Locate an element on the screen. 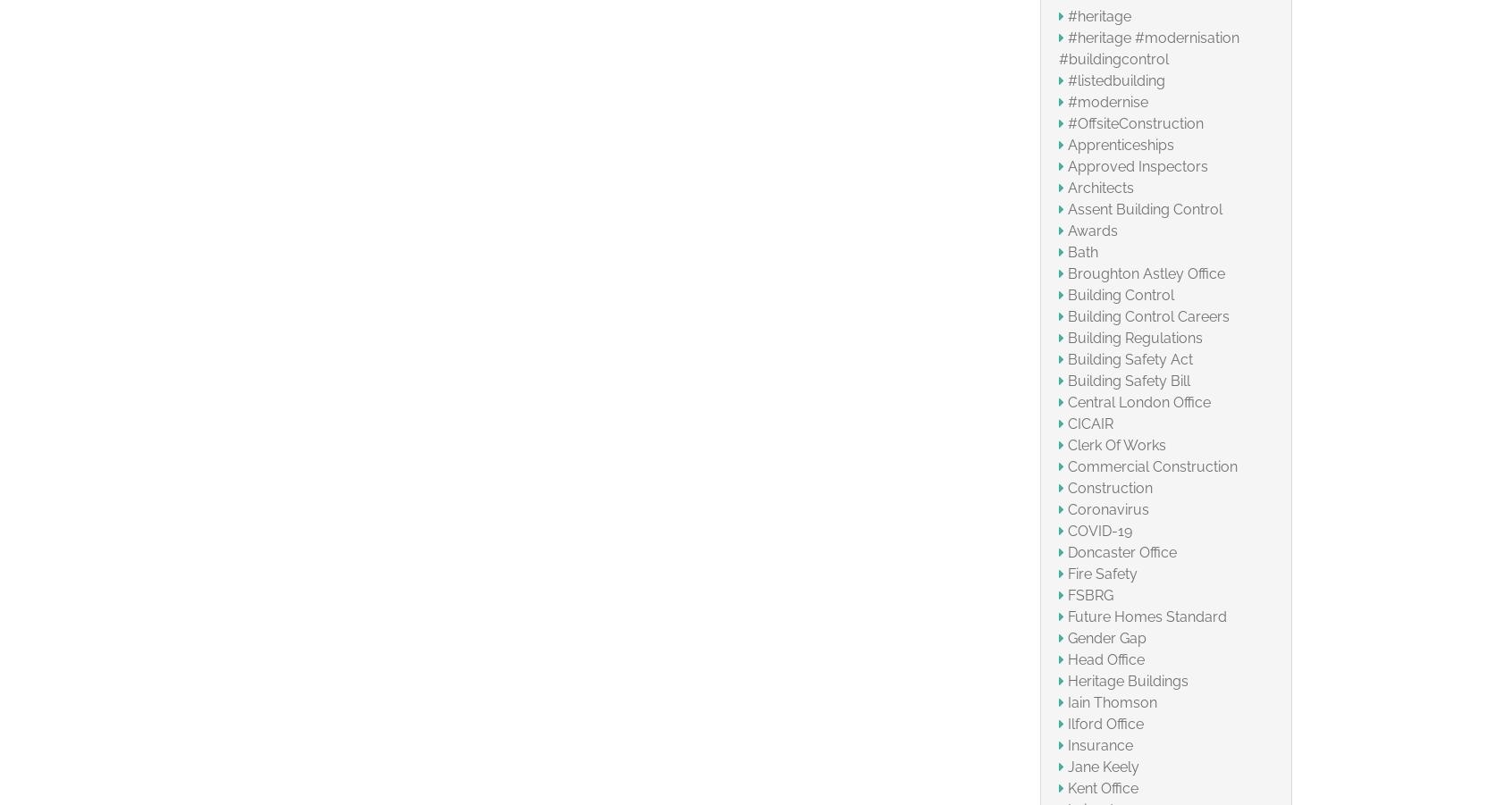 Image resolution: width=1512 pixels, height=805 pixels. 'Building Control Careers' is located at coordinates (1066, 315).